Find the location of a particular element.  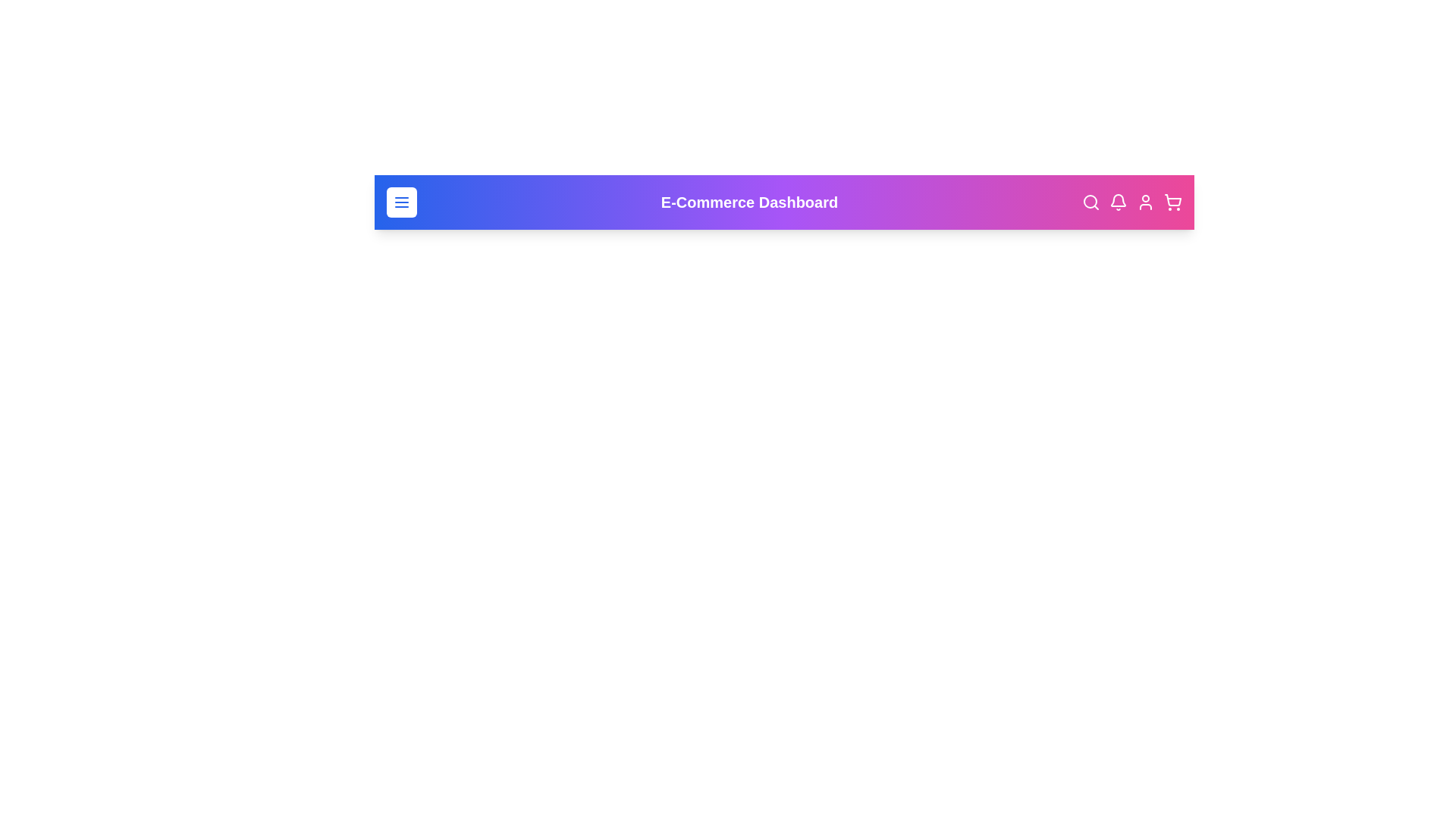

the notification icon to view notifications is located at coordinates (1118, 201).